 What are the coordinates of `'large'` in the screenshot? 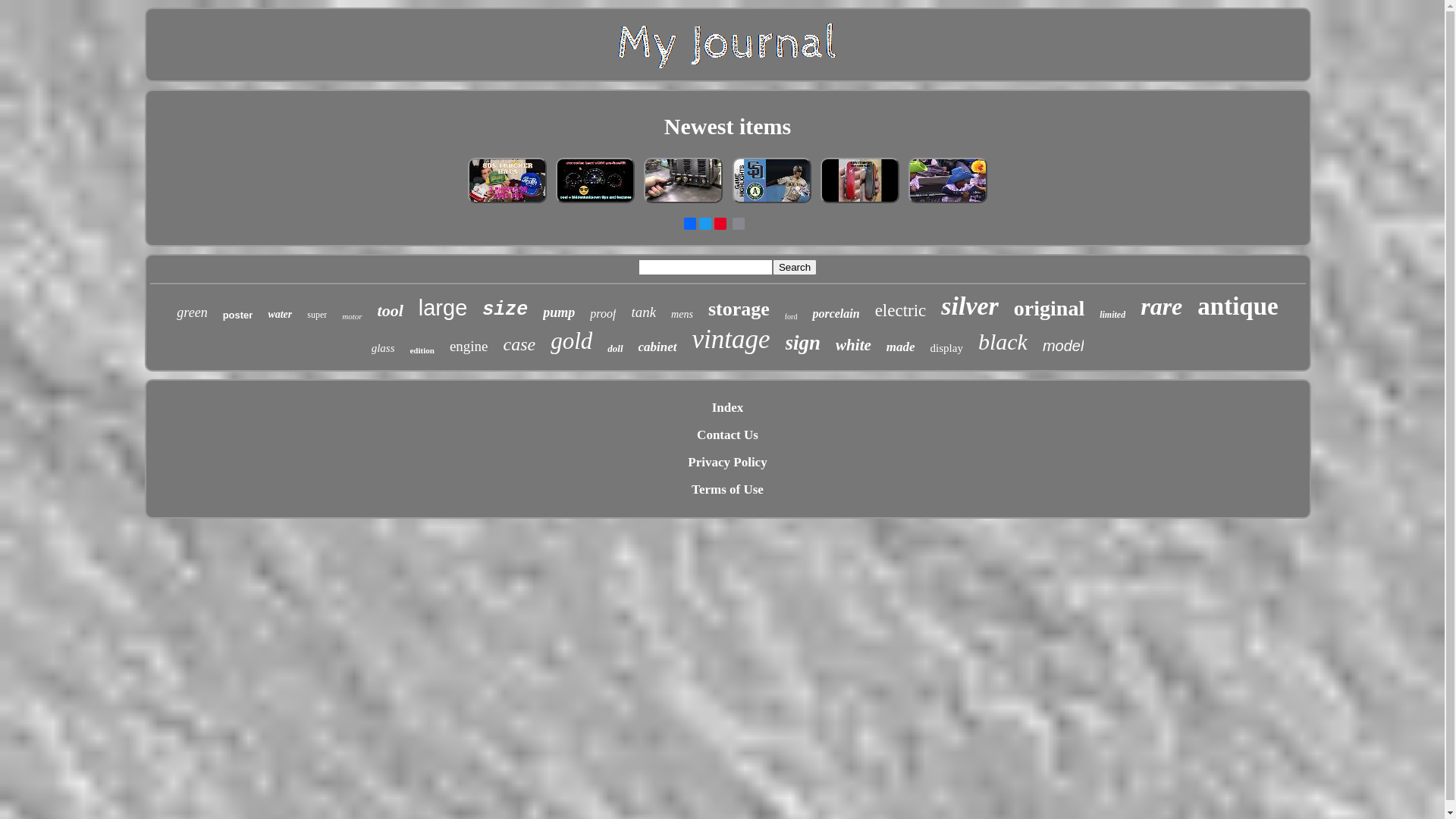 It's located at (442, 307).